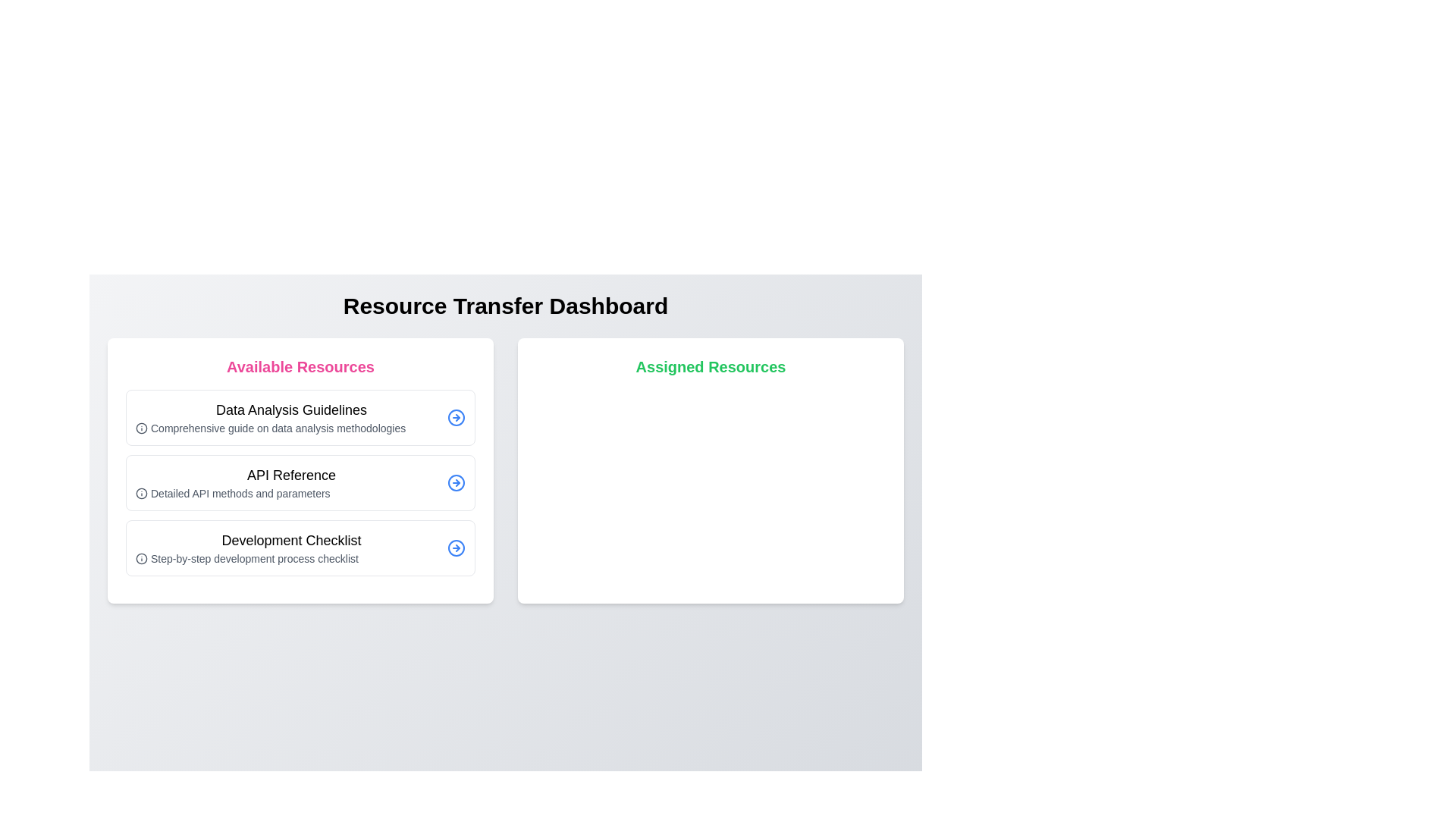 The width and height of the screenshot is (1456, 819). What do you see at coordinates (291, 475) in the screenshot?
I see `the 'API Reference' text label located in the center column of the 'Available Resources' section on the left of the 'Resource Transfer Dashboard'` at bounding box center [291, 475].